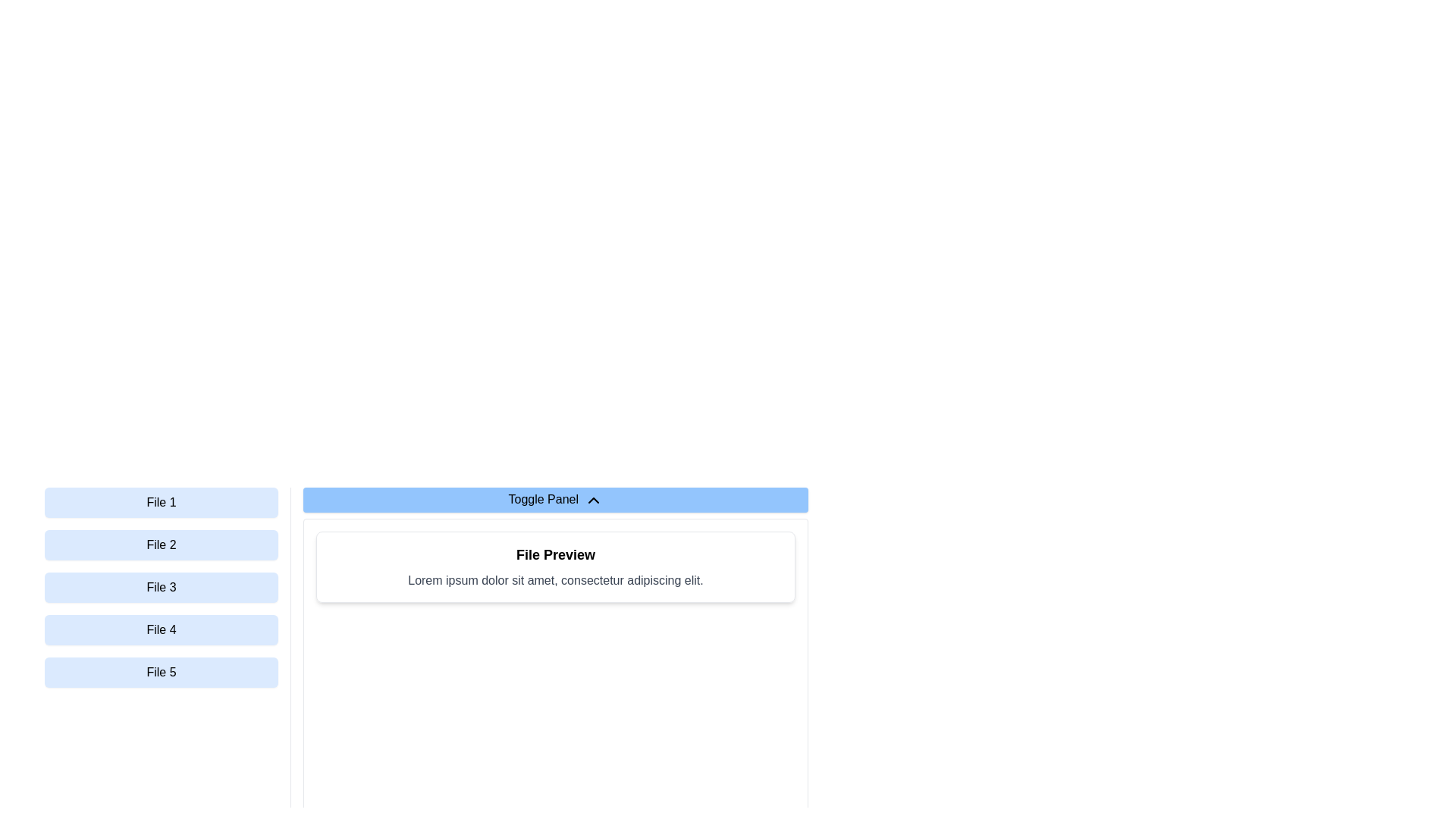 Image resolution: width=1456 pixels, height=819 pixels. What do you see at coordinates (161, 587) in the screenshot?
I see `the light blue rectangular button labeled 'File 3'` at bounding box center [161, 587].